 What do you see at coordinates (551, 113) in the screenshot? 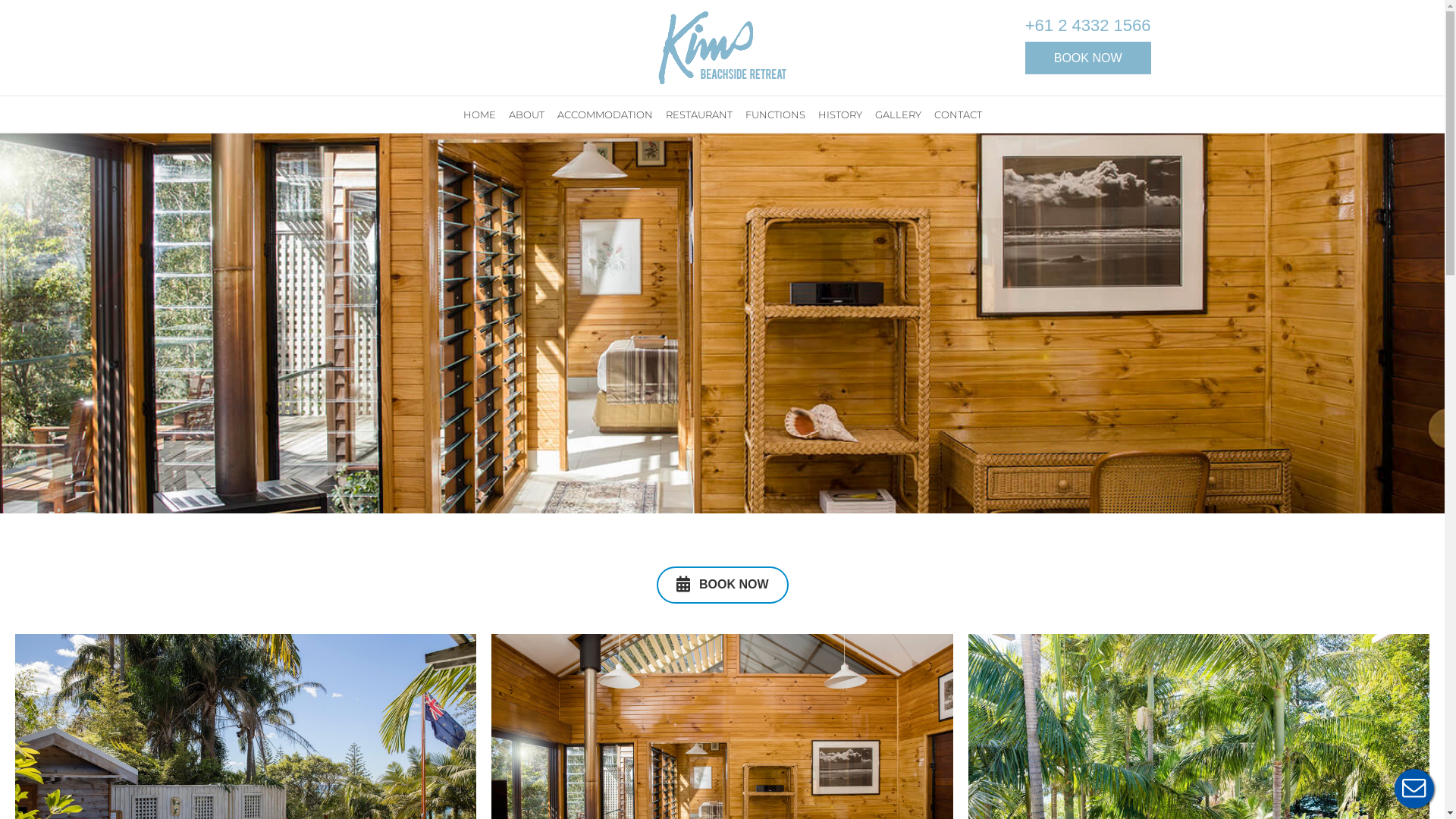
I see `'ACCOMMODATION'` at bounding box center [551, 113].